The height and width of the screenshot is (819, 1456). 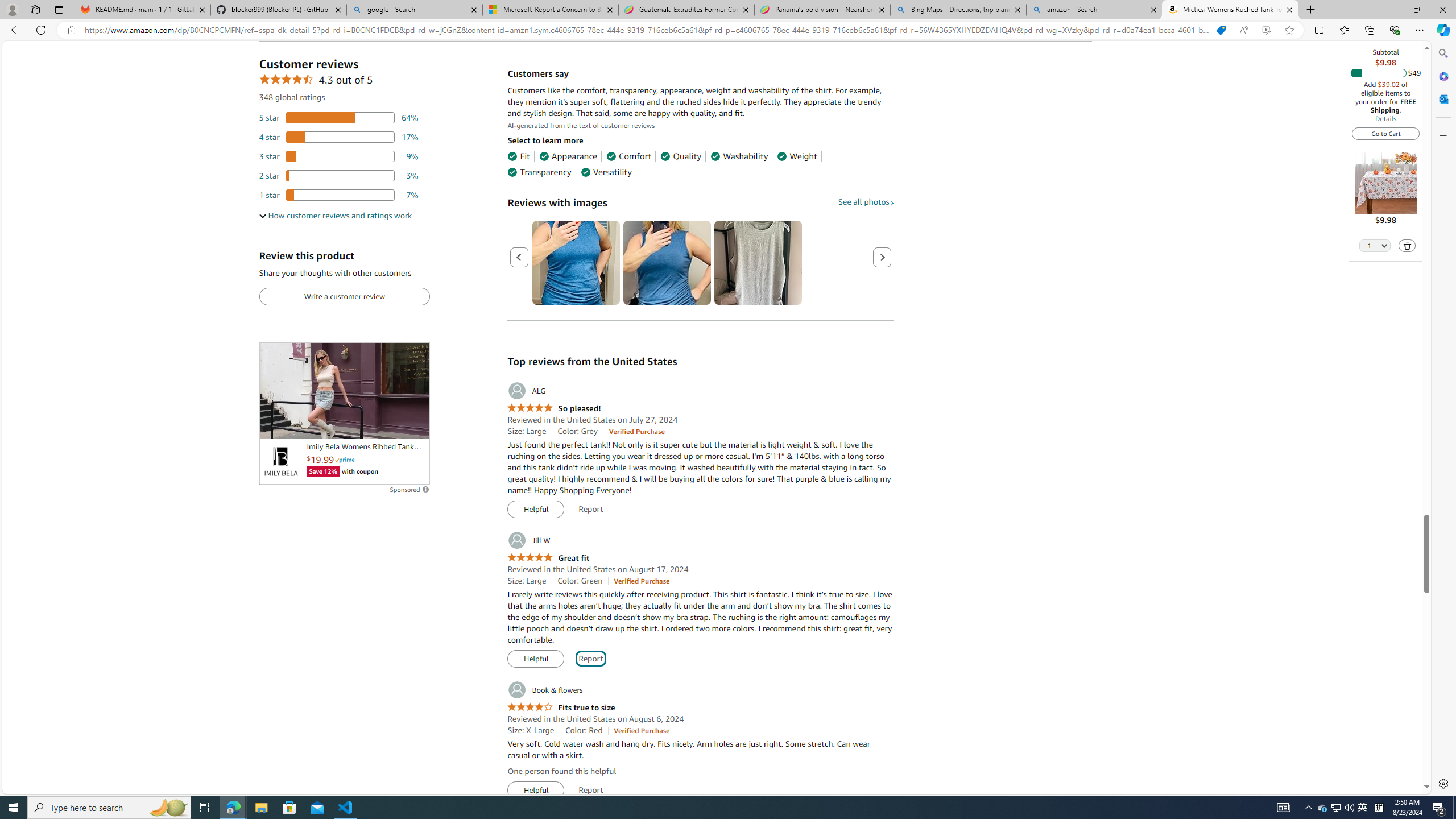 I want to click on 'Report', so click(x=590, y=790).